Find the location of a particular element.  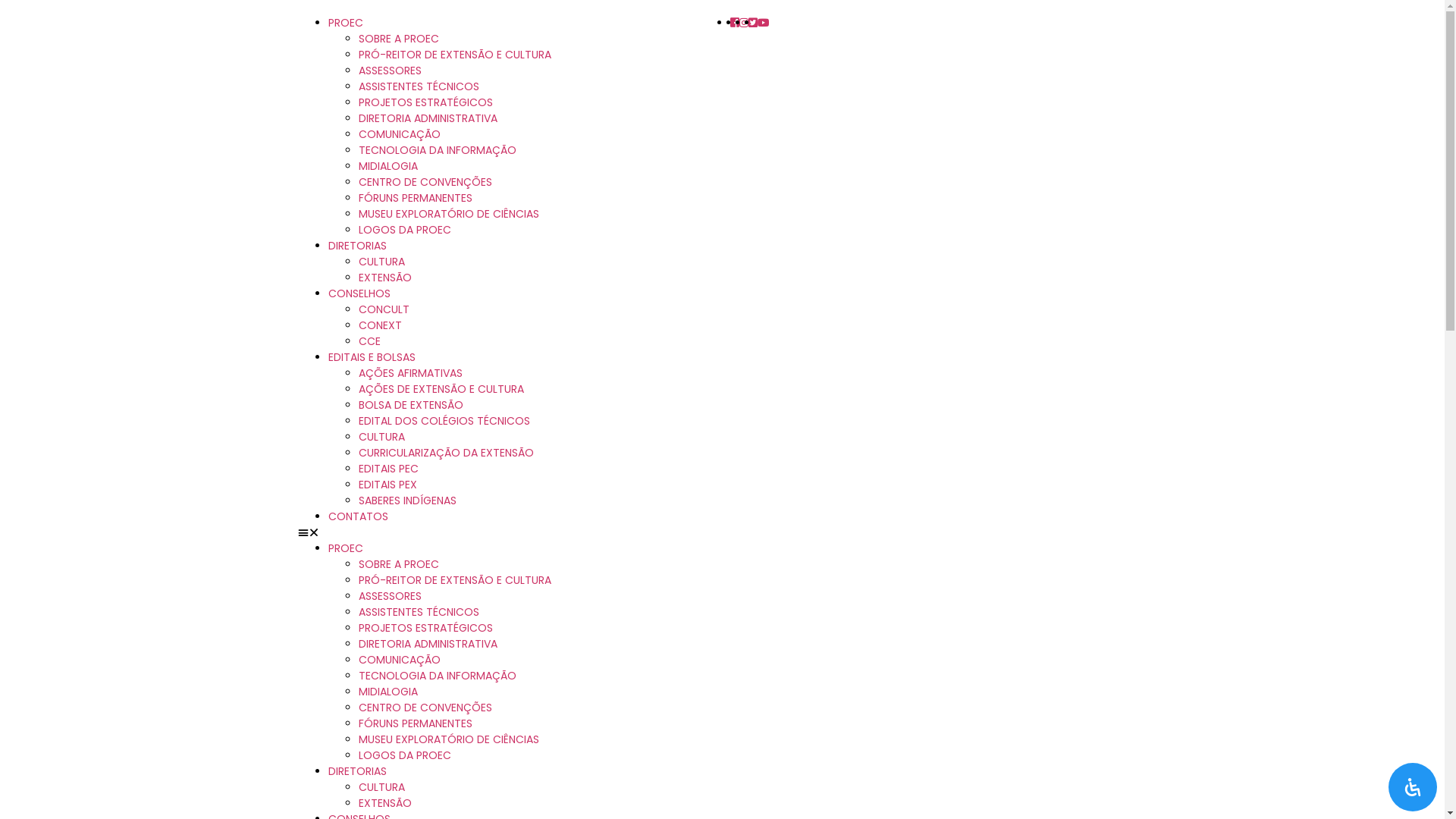

'ASSESSORES' is located at coordinates (389, 595).